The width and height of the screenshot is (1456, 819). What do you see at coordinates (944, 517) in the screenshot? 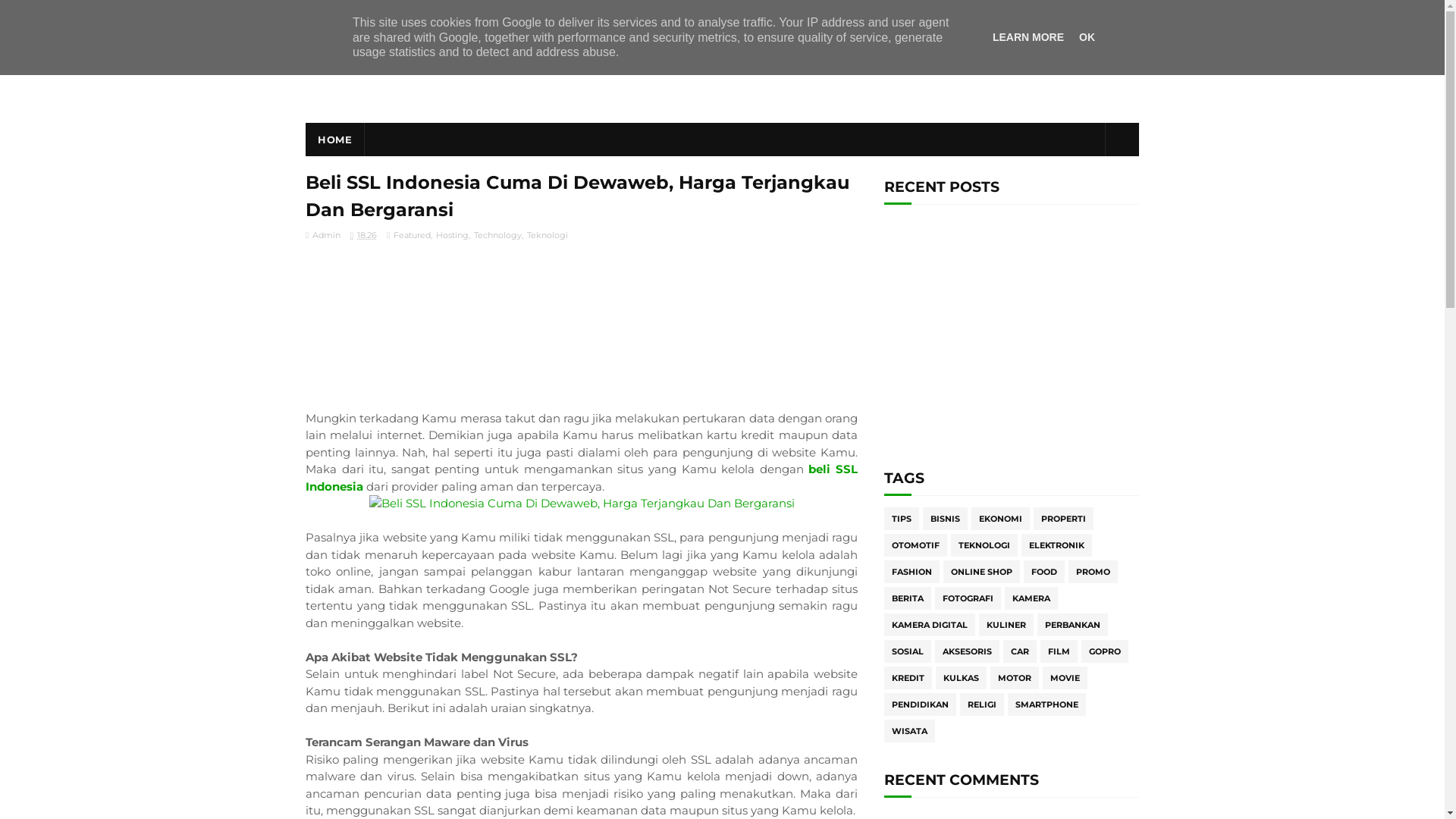
I see `'BISNIS'` at bounding box center [944, 517].